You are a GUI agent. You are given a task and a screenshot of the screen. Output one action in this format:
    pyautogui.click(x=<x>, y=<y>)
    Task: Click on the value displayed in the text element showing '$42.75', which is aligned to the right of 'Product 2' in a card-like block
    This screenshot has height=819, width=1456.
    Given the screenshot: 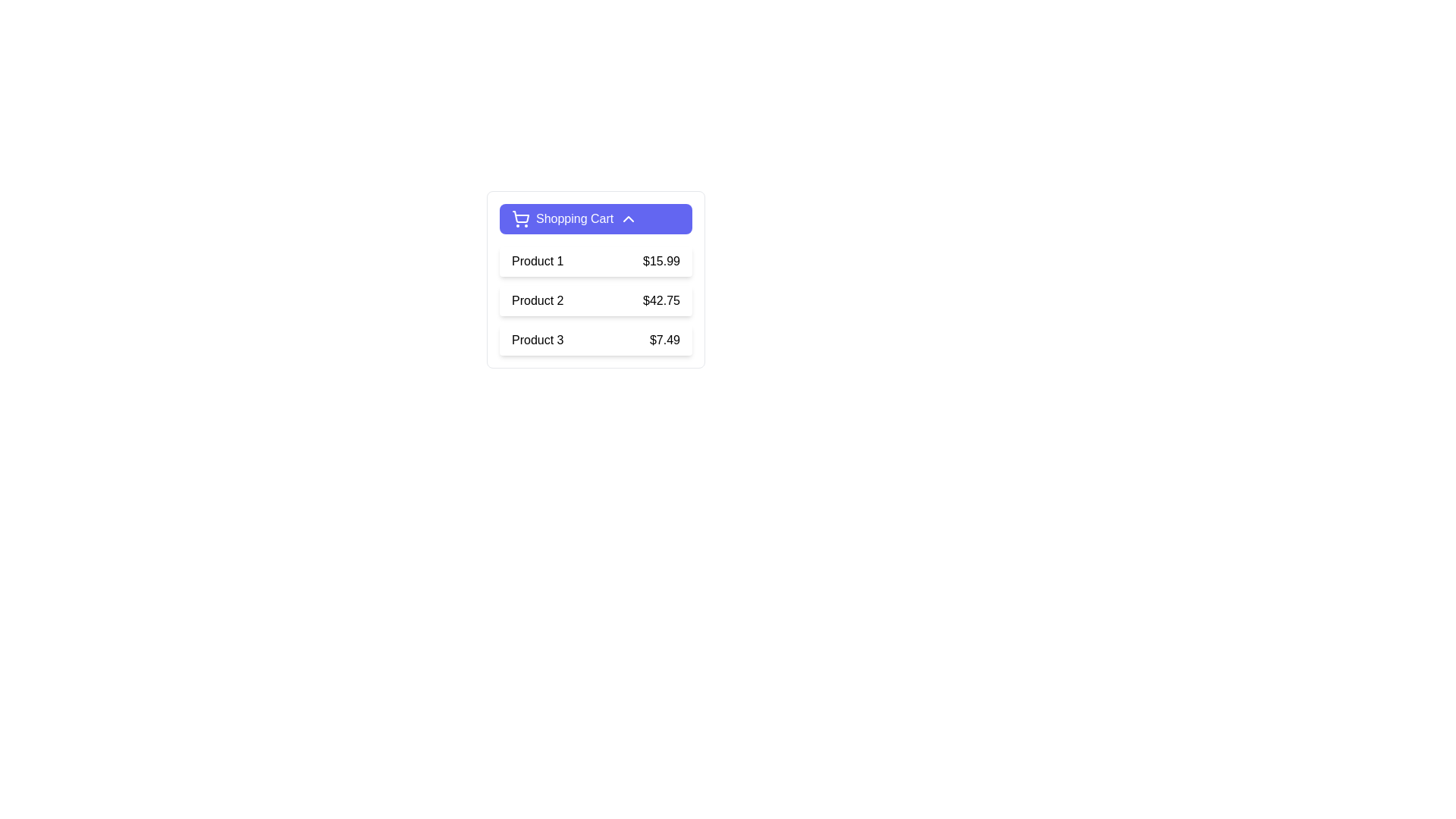 What is the action you would take?
    pyautogui.click(x=661, y=301)
    